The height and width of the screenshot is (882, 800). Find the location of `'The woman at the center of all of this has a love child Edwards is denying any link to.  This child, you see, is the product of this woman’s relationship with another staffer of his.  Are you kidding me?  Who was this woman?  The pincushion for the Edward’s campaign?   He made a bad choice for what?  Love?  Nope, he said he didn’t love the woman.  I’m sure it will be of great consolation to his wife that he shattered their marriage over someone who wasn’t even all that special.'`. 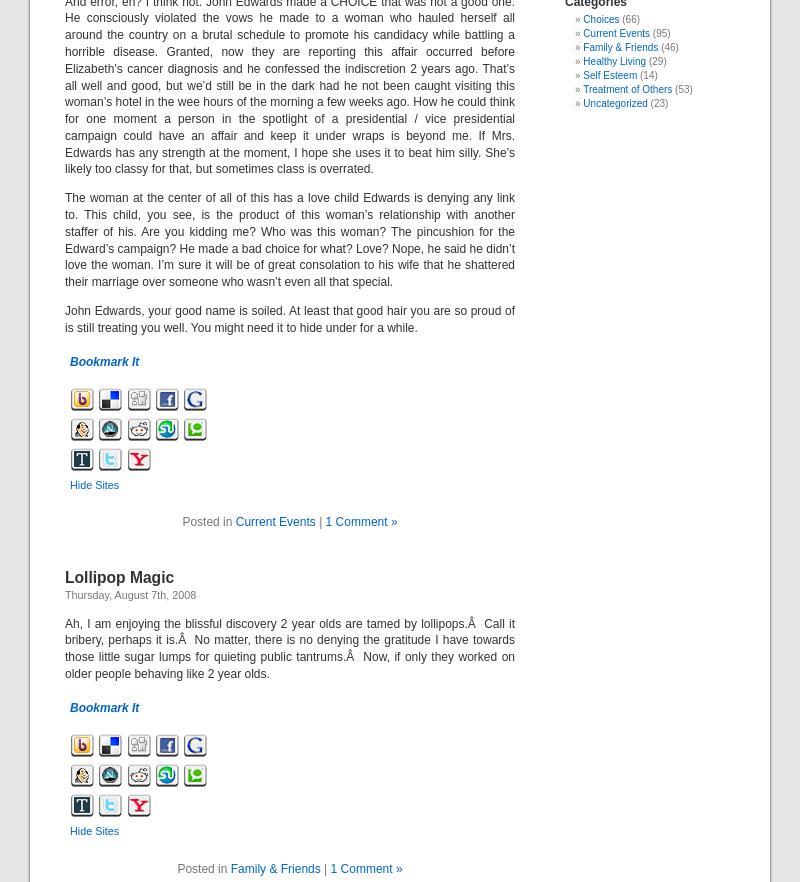

'The woman at the center of all of this has a love child Edwards is denying any link to.  This child, you see, is the product of this woman’s relationship with another staffer of his.  Are you kidding me?  Who was this woman?  The pincushion for the Edward’s campaign?   He made a bad choice for what?  Love?  Nope, he said he didn’t love the woman.  I’m sure it will be of great consolation to his wife that he shattered their marriage over someone who wasn’t even all that special.' is located at coordinates (64, 238).